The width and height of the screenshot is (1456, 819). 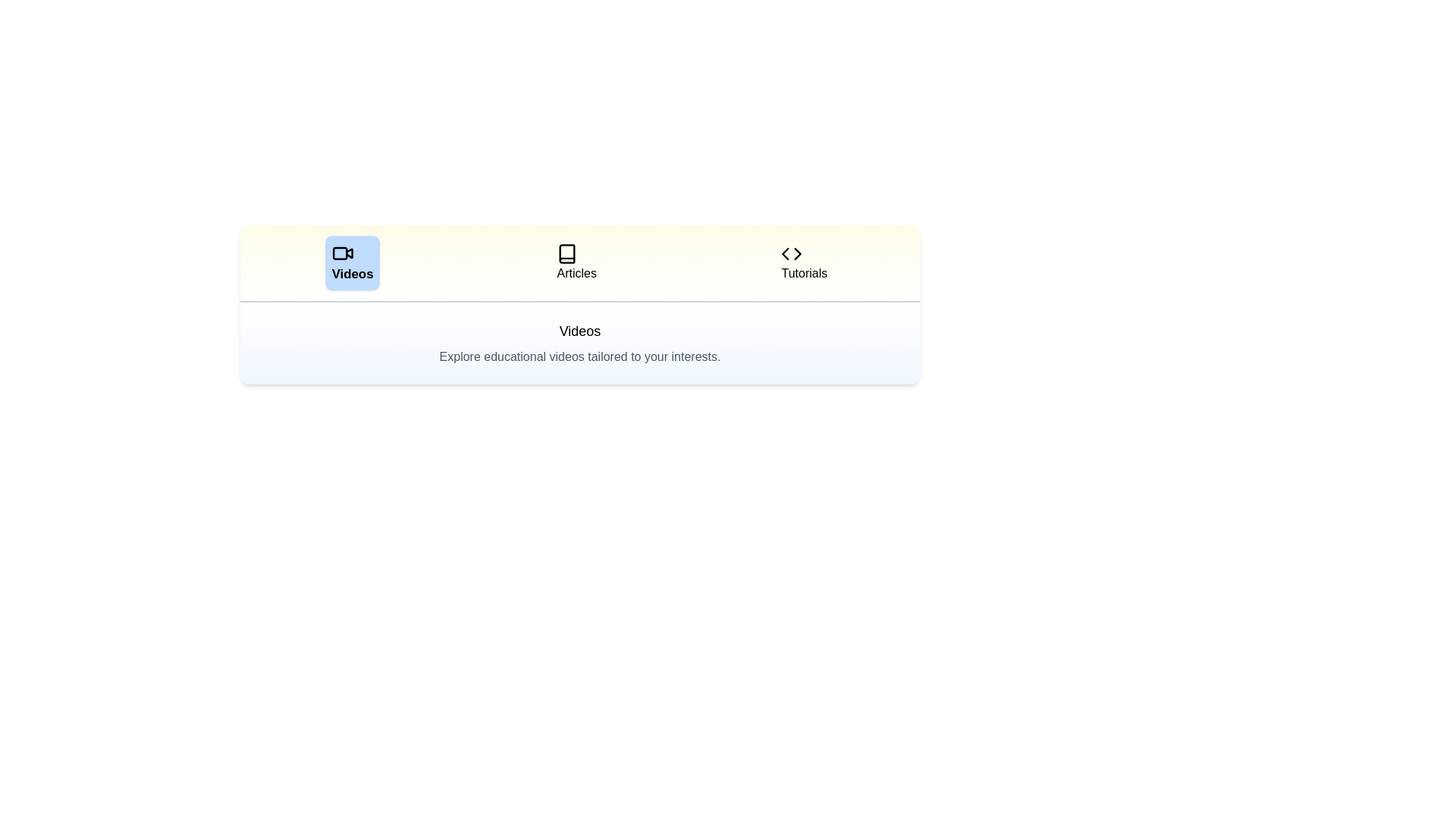 What do you see at coordinates (803, 262) in the screenshot?
I see `the tab corresponding to Tutorials by clicking its icon` at bounding box center [803, 262].